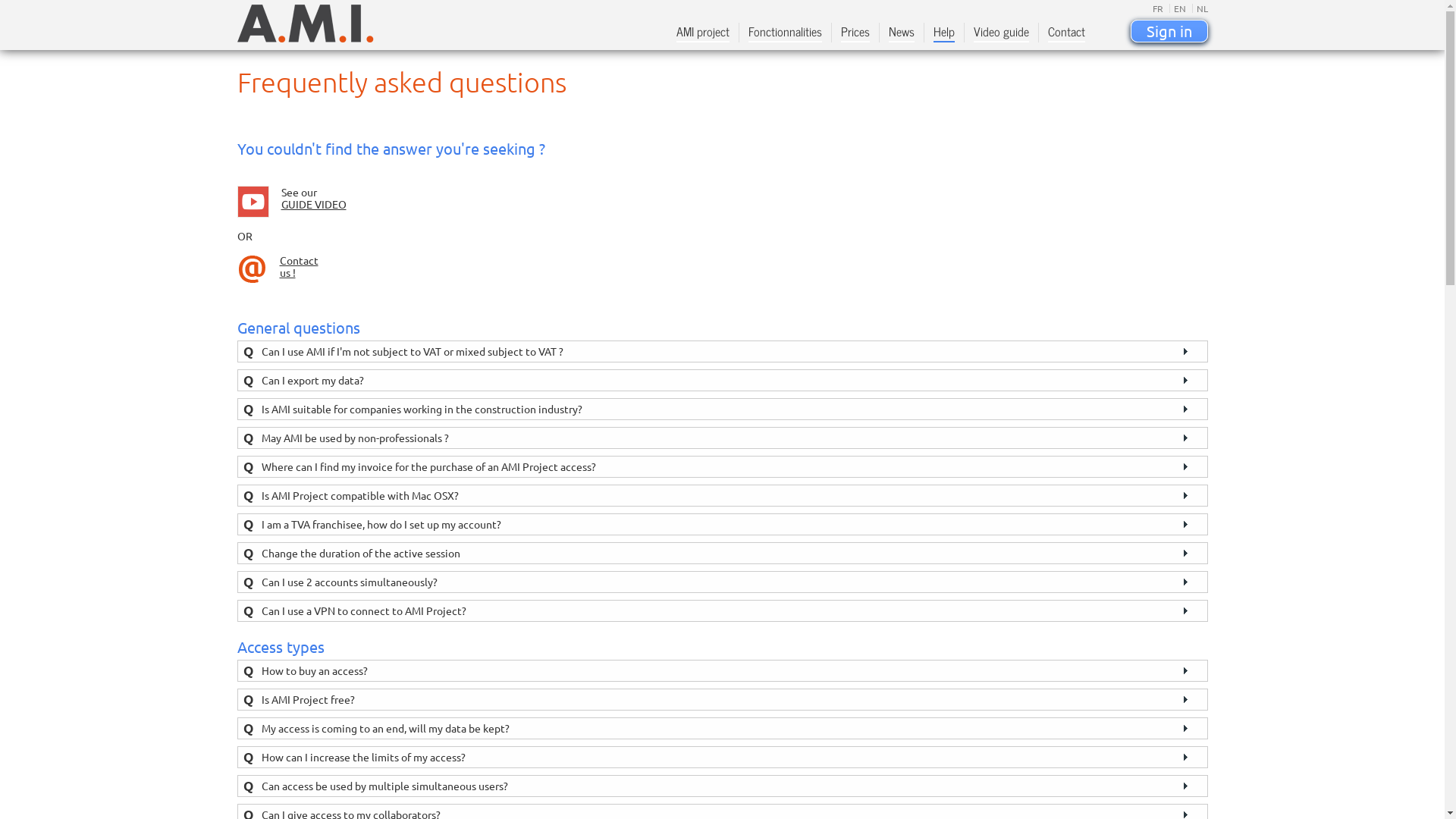  Describe the element at coordinates (720, 438) in the screenshot. I see `'Q May AMI be used by non-professionals ?'` at that location.